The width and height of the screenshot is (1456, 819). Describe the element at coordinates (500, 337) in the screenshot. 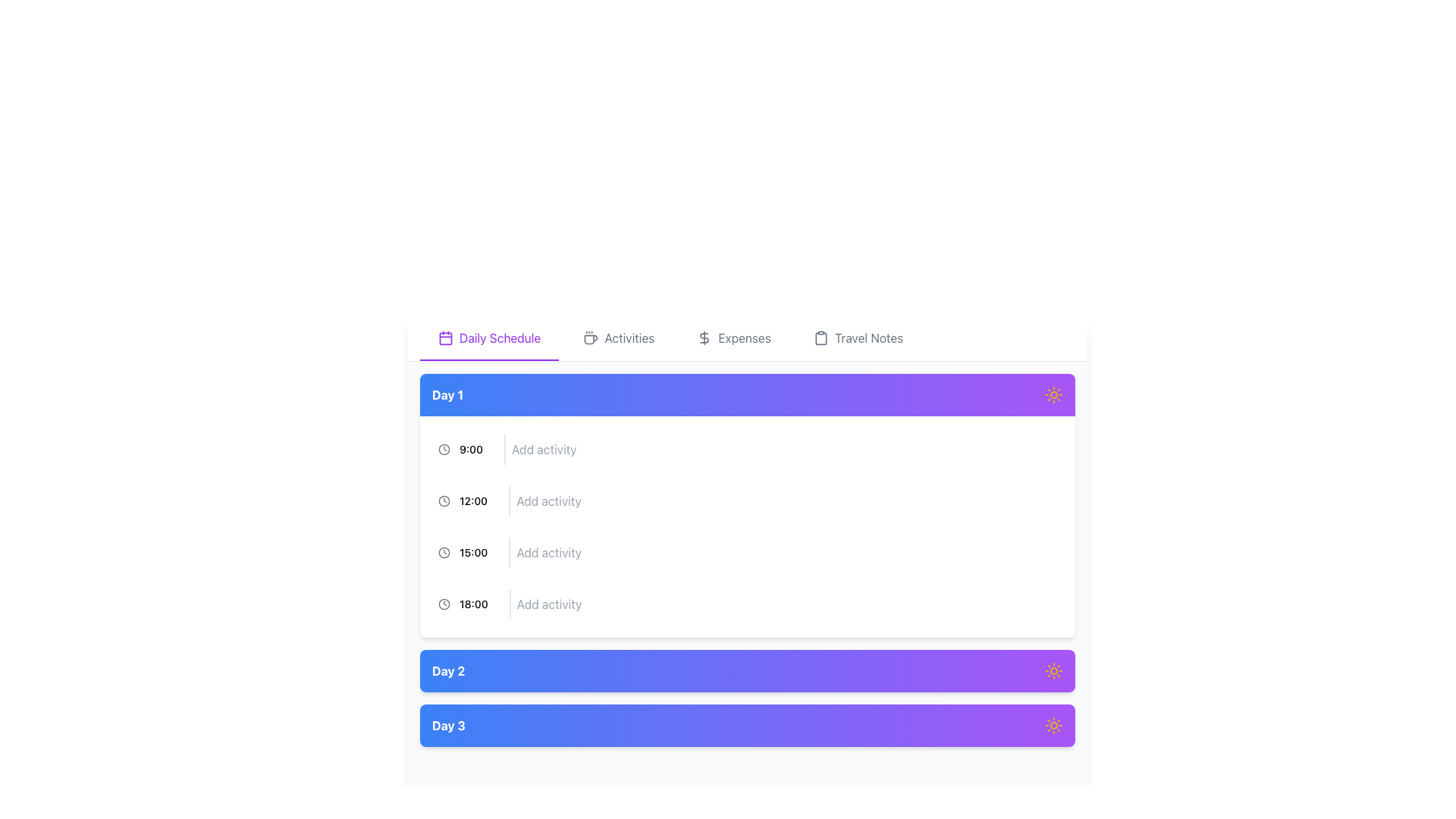

I see `the 'Daily Schedule' text label in the navigation menu` at that location.